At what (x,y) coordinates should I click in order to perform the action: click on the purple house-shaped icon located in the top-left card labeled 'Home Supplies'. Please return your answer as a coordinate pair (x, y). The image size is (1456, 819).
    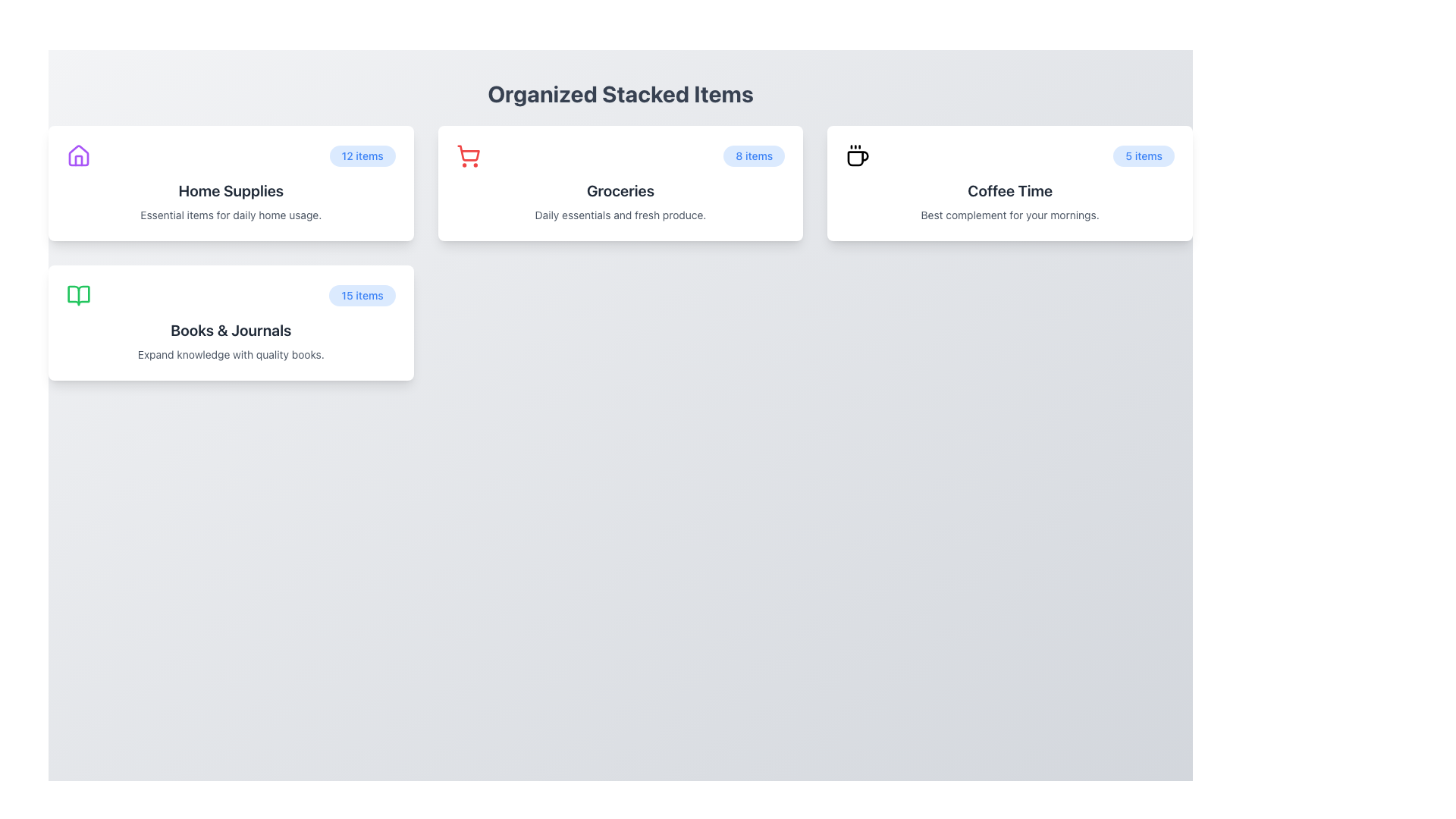
    Looking at the image, I should click on (78, 155).